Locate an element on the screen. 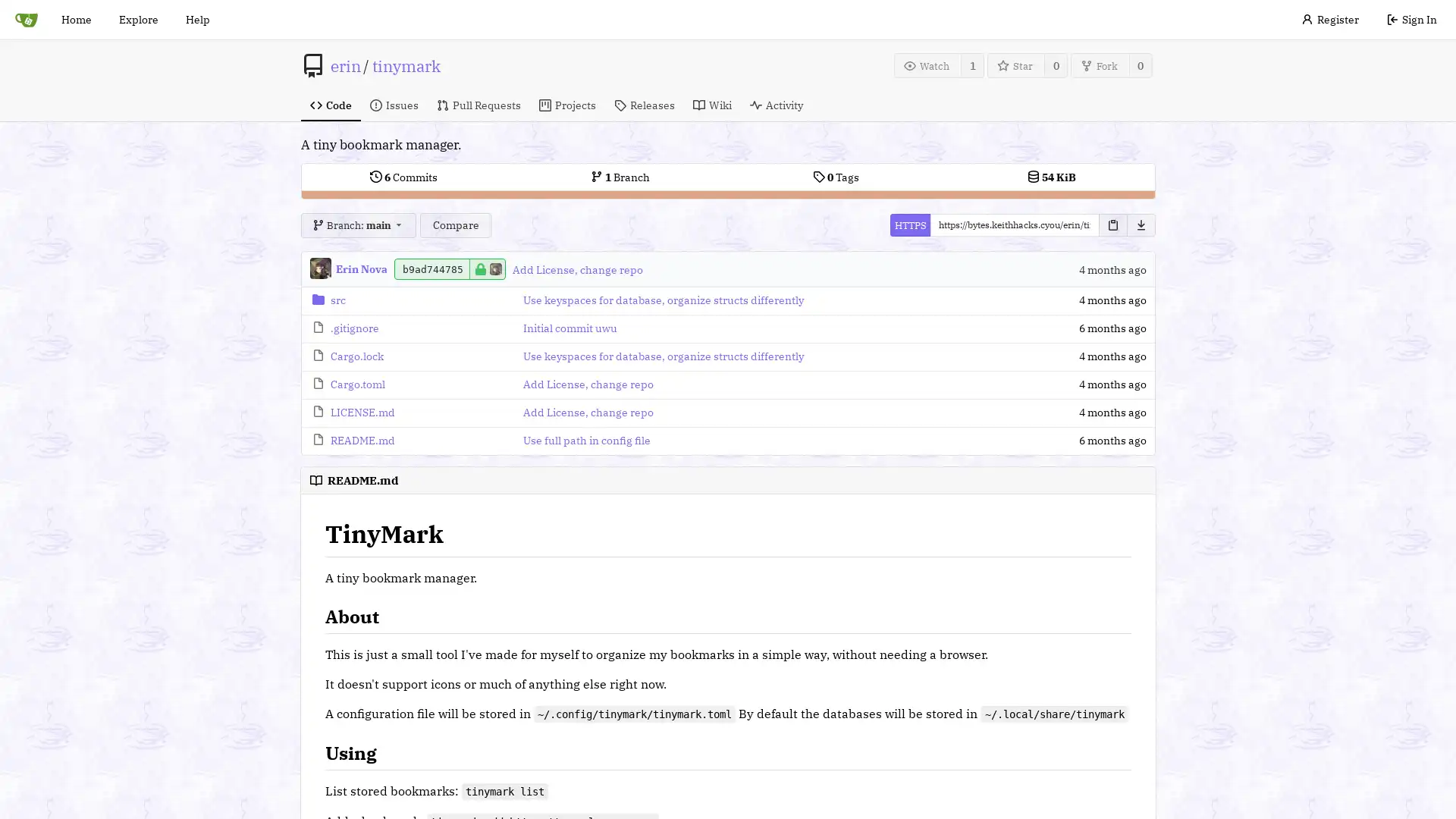  Watch is located at coordinates (927, 64).